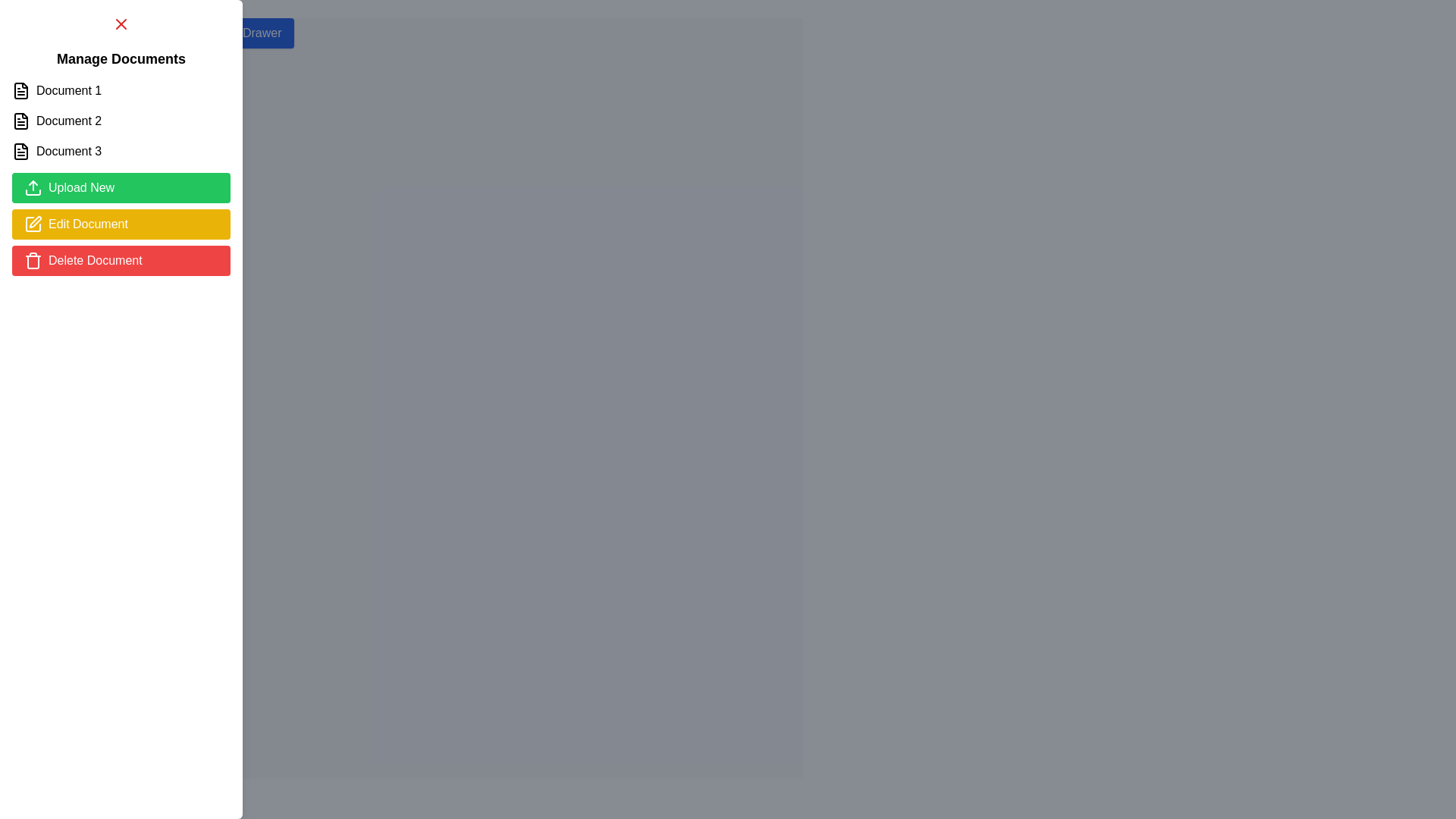 This screenshot has height=819, width=1456. Describe the element at coordinates (120, 58) in the screenshot. I see `the text label or heading that serves as a title in the drawer interface, located near the top and centered horizontally` at that location.